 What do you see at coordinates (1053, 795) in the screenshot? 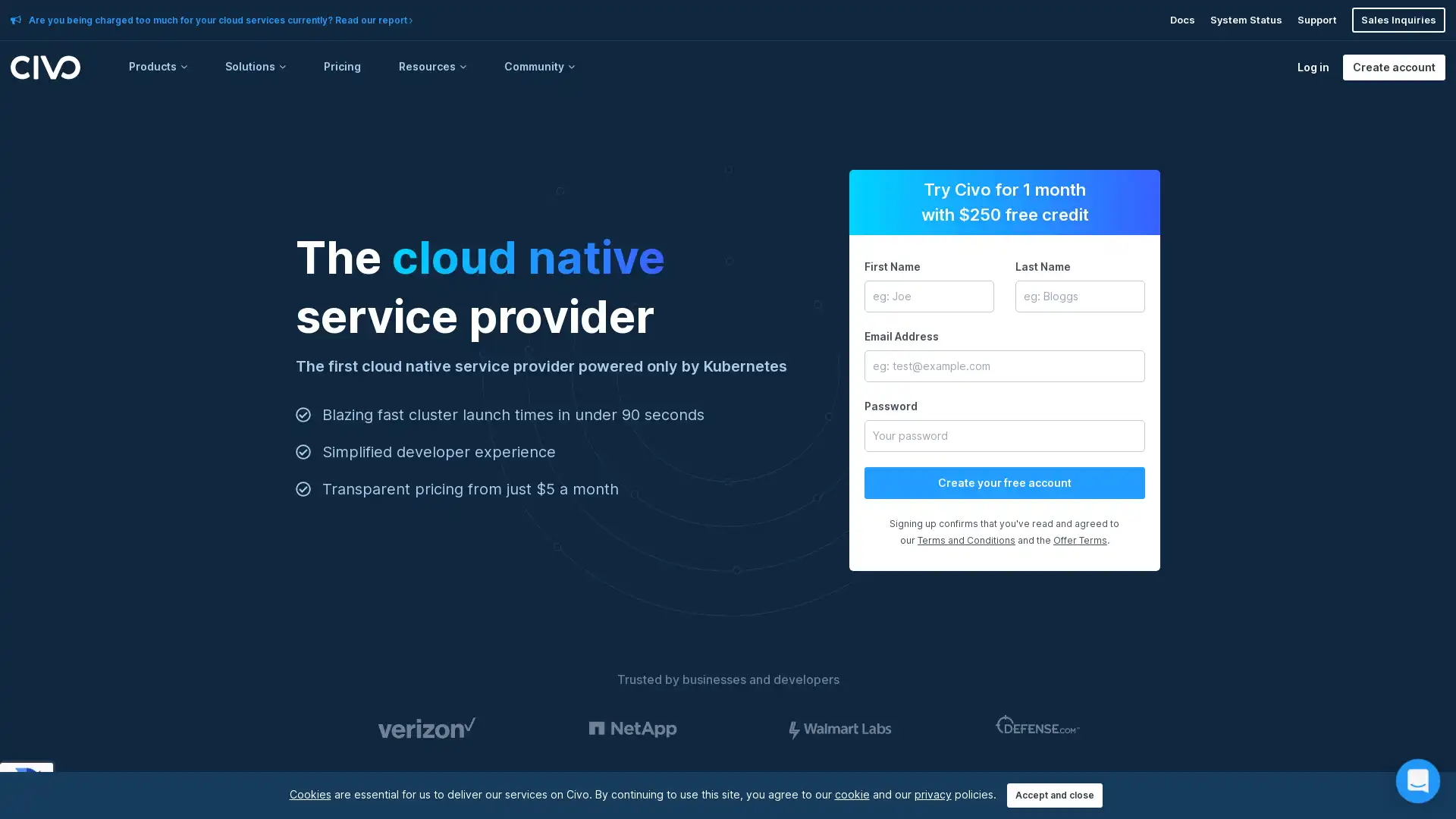
I see `Accept and close` at bounding box center [1053, 795].